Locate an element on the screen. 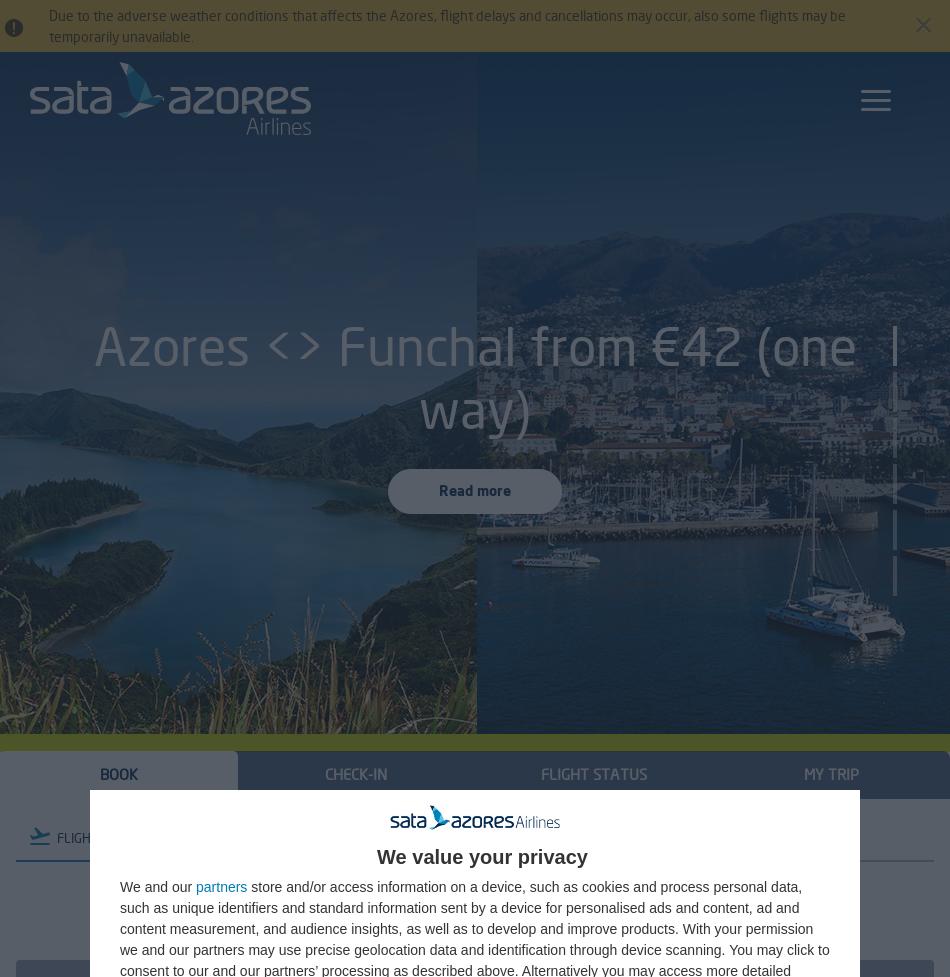 The width and height of the screenshot is (950, 977). 'PARKING' is located at coordinates (460, 836).